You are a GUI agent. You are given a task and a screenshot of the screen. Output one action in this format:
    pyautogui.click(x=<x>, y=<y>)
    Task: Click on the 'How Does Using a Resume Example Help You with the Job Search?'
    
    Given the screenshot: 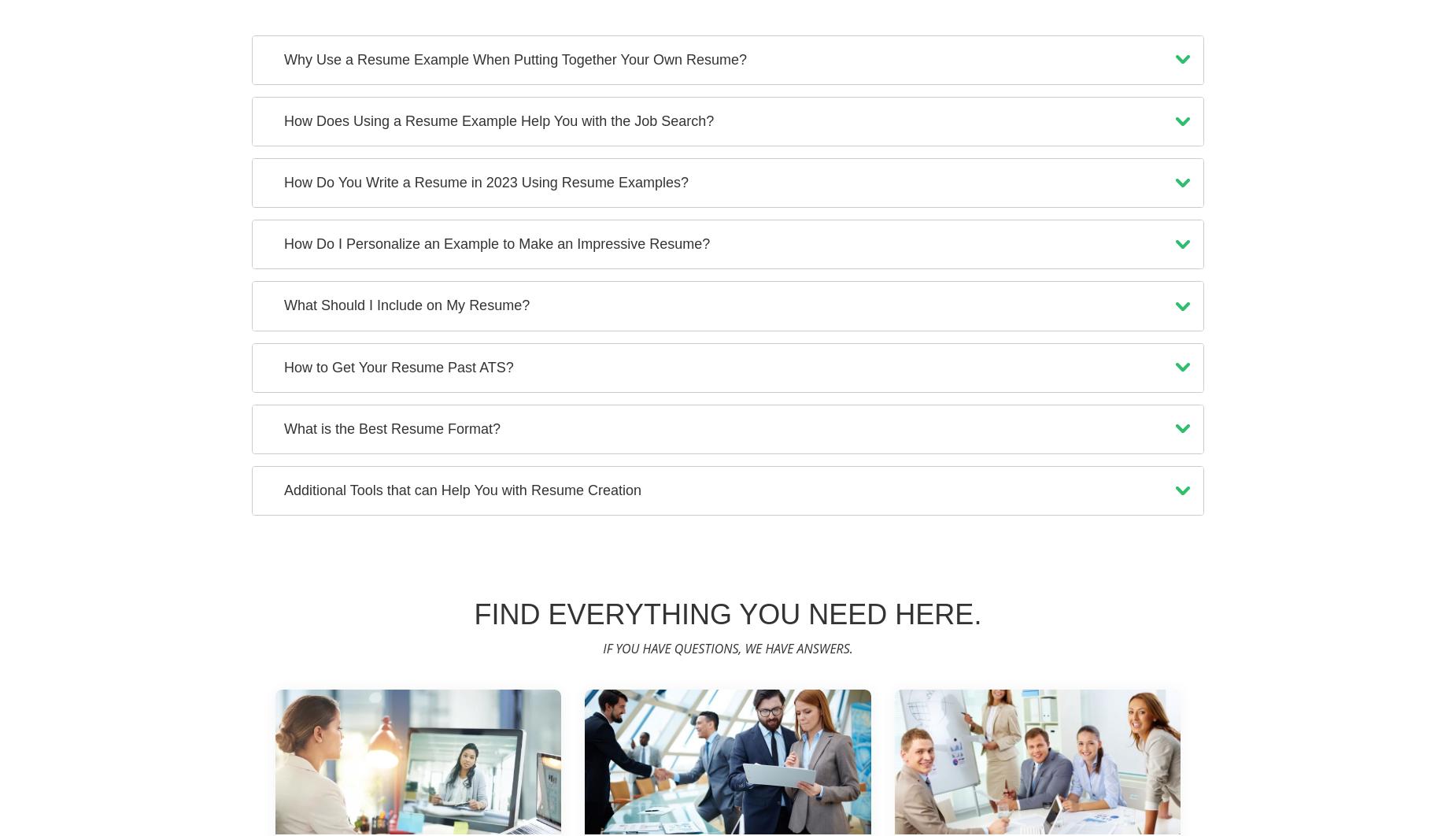 What is the action you would take?
    pyautogui.click(x=283, y=120)
    